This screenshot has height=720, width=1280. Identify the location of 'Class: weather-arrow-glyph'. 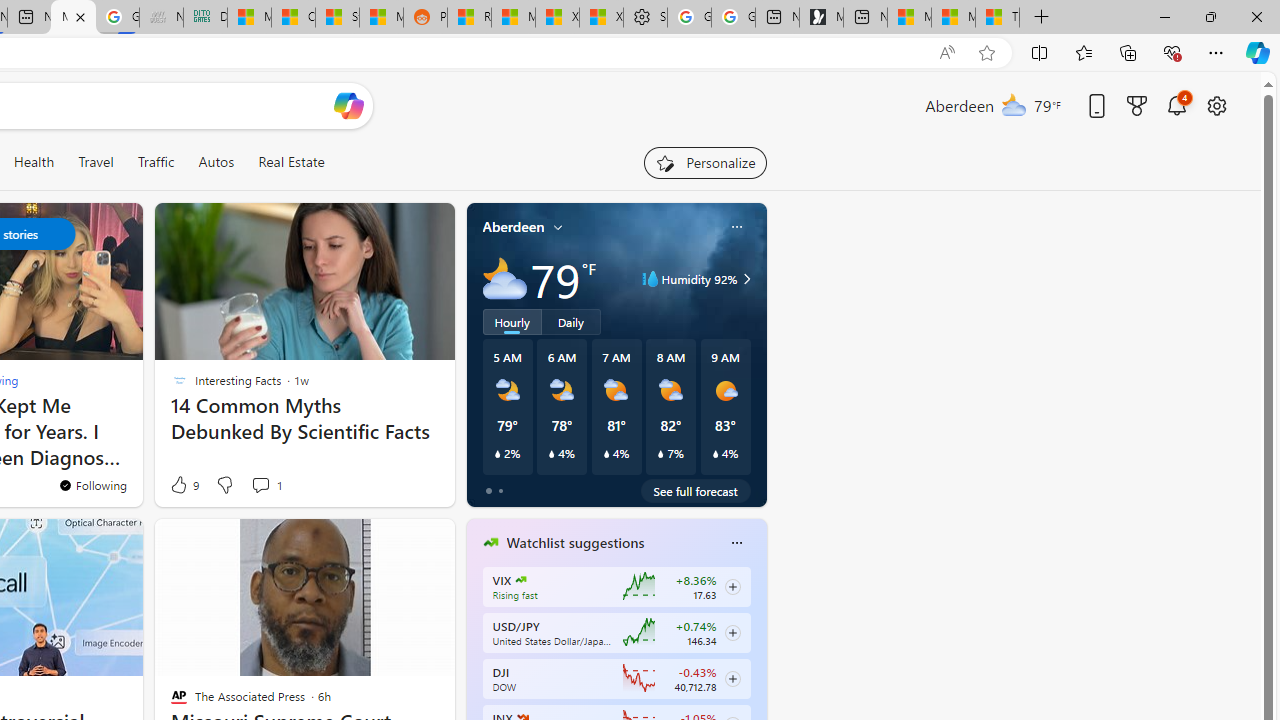
(745, 279).